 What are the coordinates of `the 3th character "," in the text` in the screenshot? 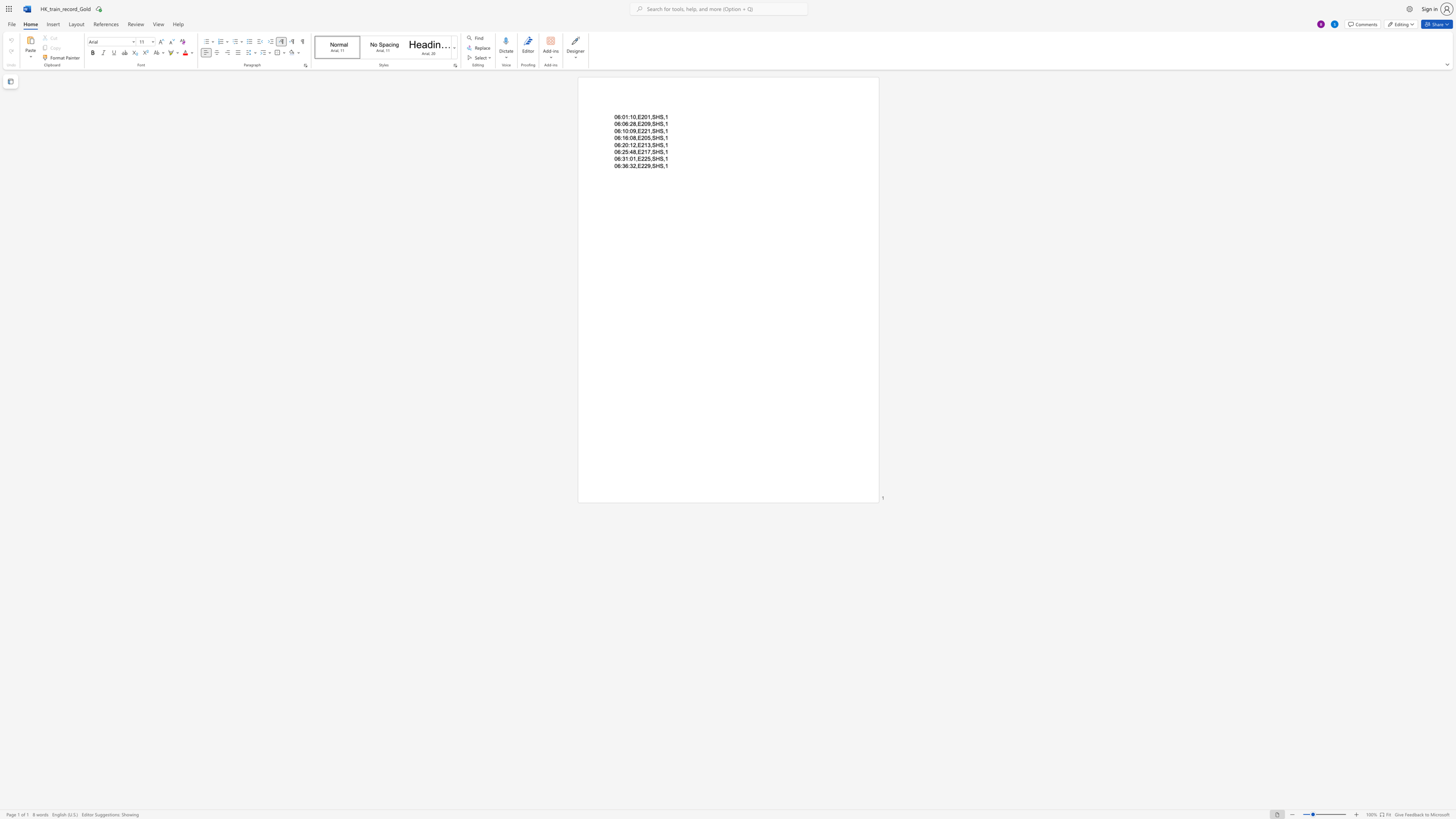 It's located at (664, 130).